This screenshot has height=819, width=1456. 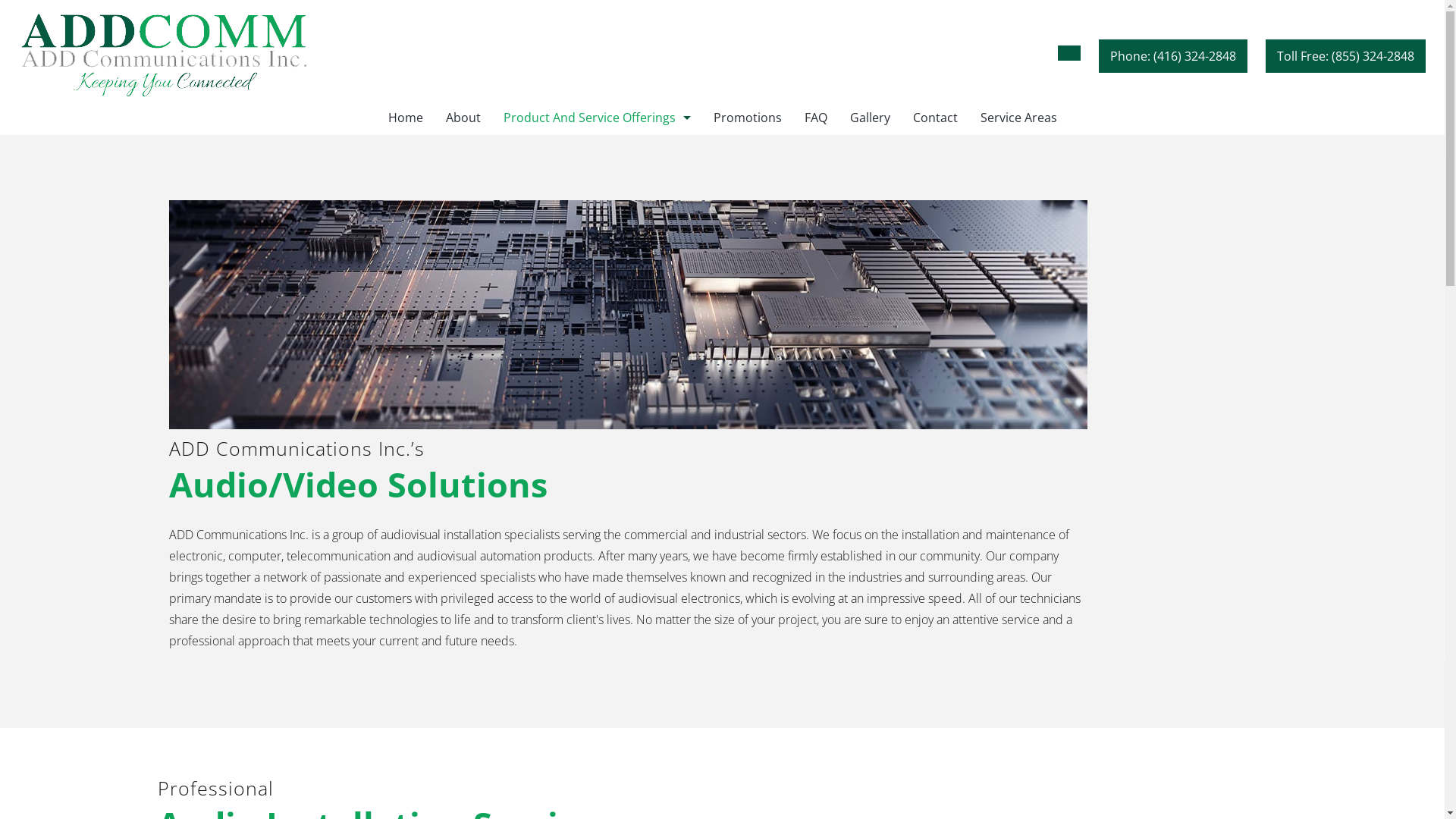 What do you see at coordinates (595, 185) in the screenshot?
I see `'HOSTED IP / VoIP Systems'` at bounding box center [595, 185].